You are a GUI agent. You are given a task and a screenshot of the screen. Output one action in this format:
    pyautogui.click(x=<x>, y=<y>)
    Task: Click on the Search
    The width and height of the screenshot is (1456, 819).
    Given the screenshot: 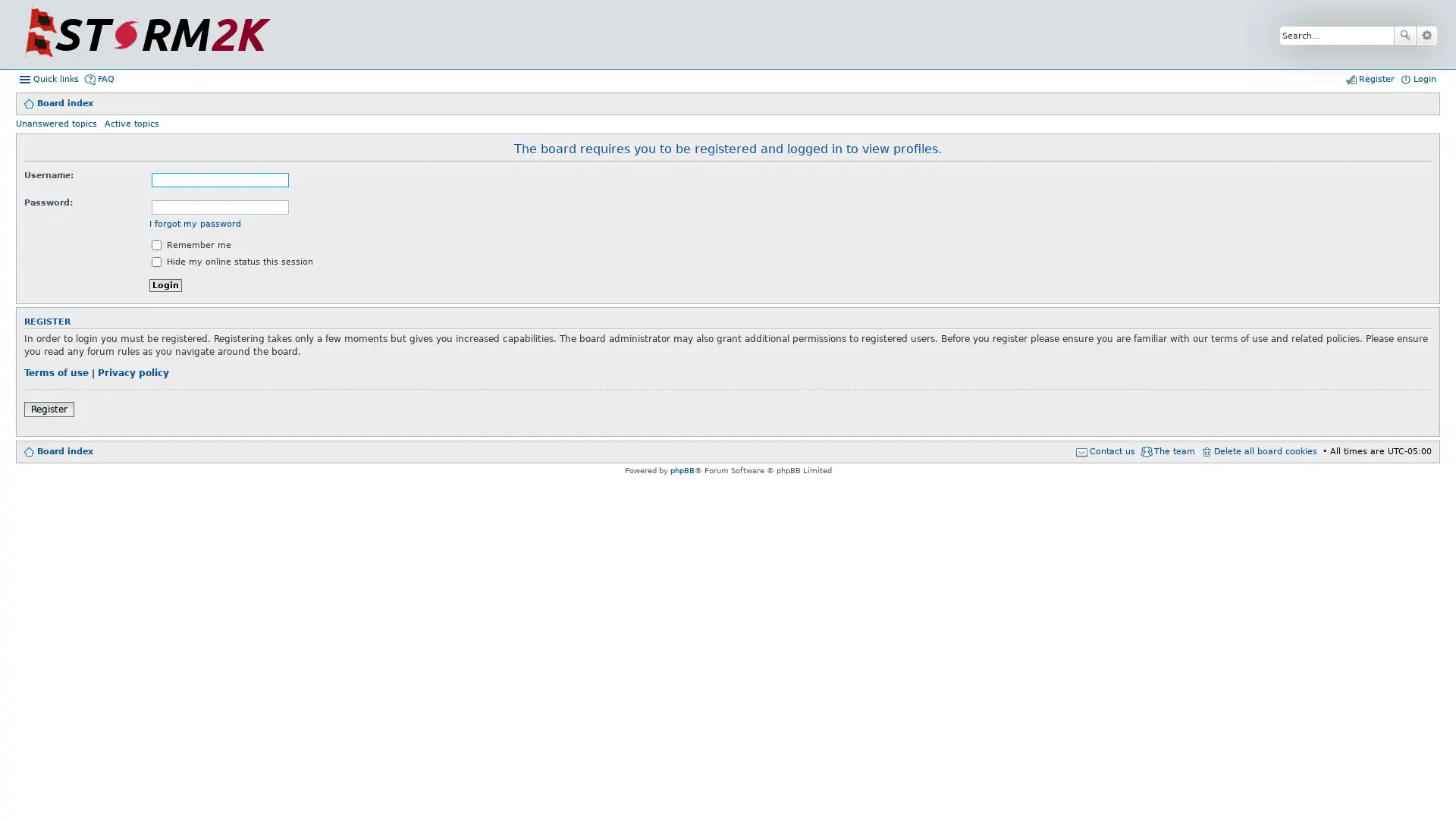 What is the action you would take?
    pyautogui.click(x=1404, y=34)
    